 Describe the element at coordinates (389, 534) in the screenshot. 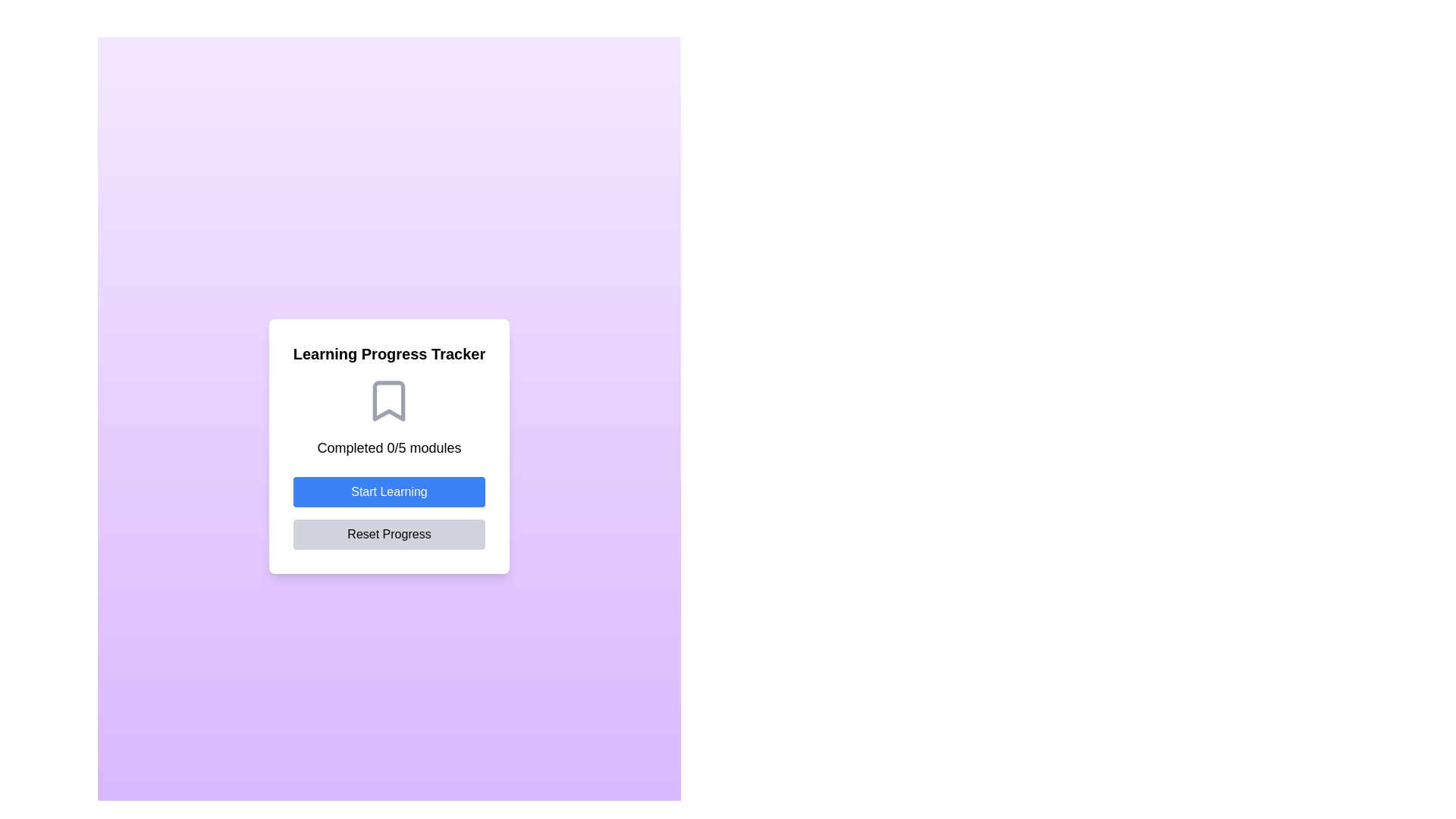

I see `the 'Reset Progress' button, which is a rectangular button with rounded corners and a light gray background` at that location.